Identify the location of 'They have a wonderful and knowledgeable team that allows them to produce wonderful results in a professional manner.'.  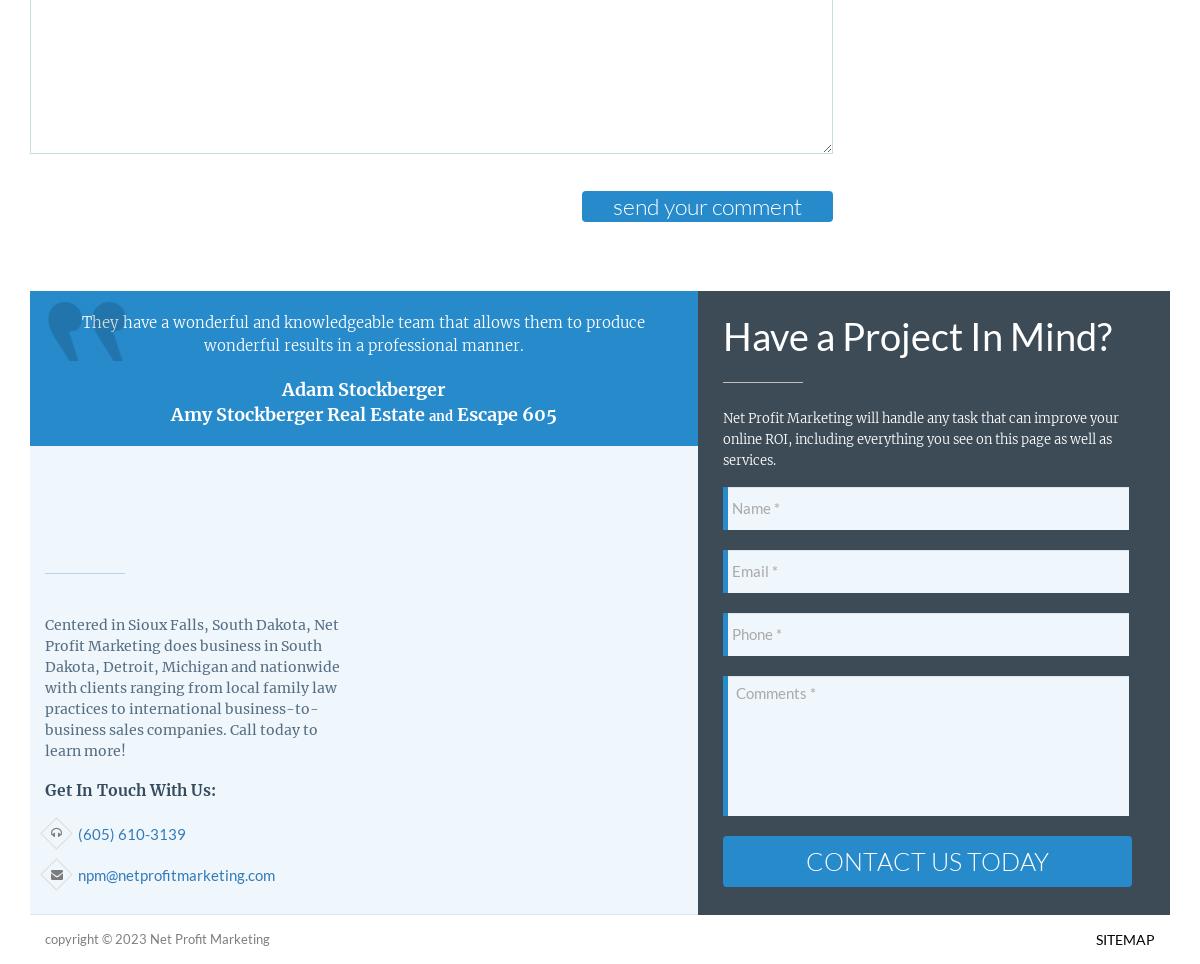
(363, 331).